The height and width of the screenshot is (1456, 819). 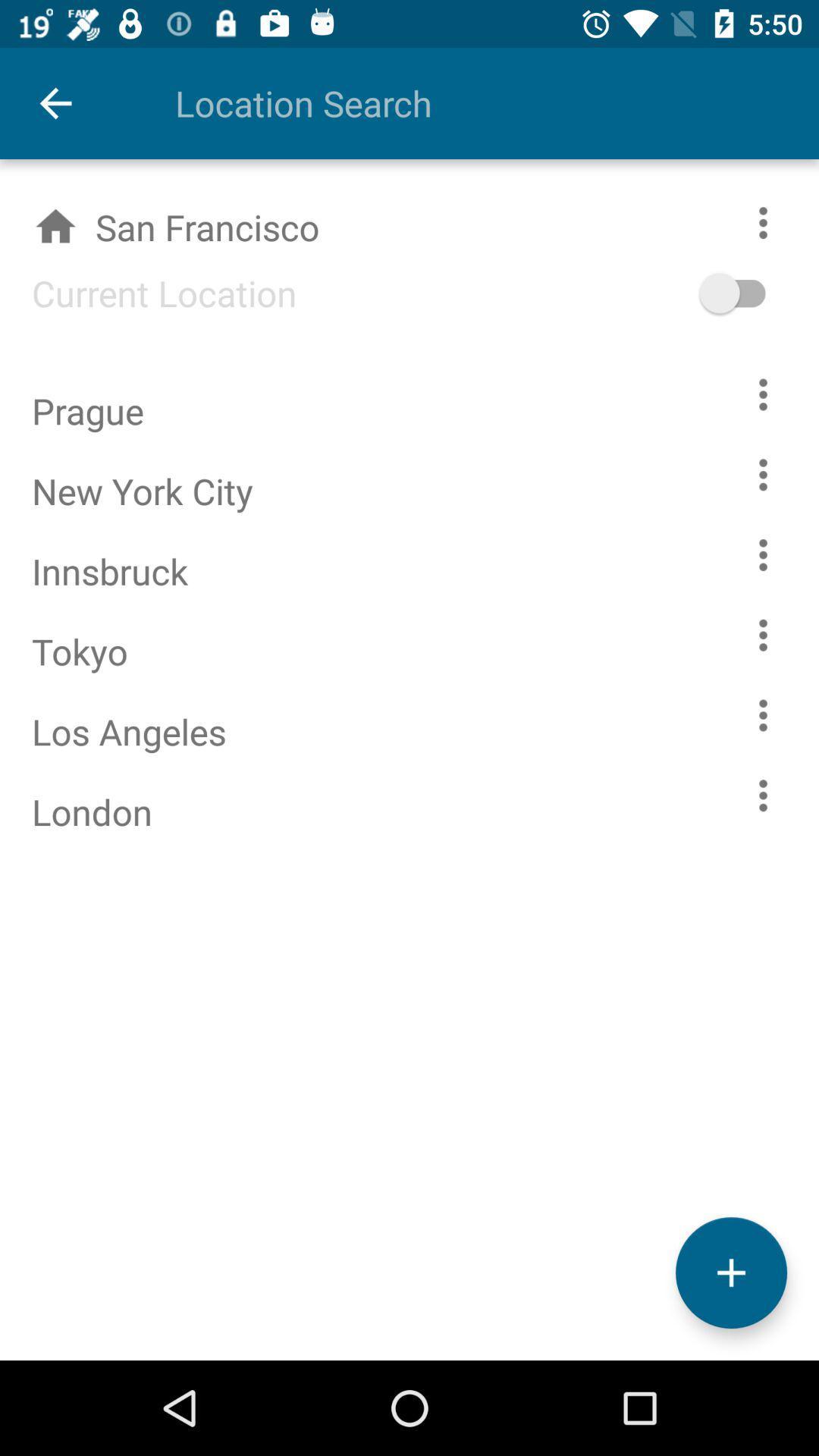 What do you see at coordinates (763, 554) in the screenshot?
I see `more options` at bounding box center [763, 554].